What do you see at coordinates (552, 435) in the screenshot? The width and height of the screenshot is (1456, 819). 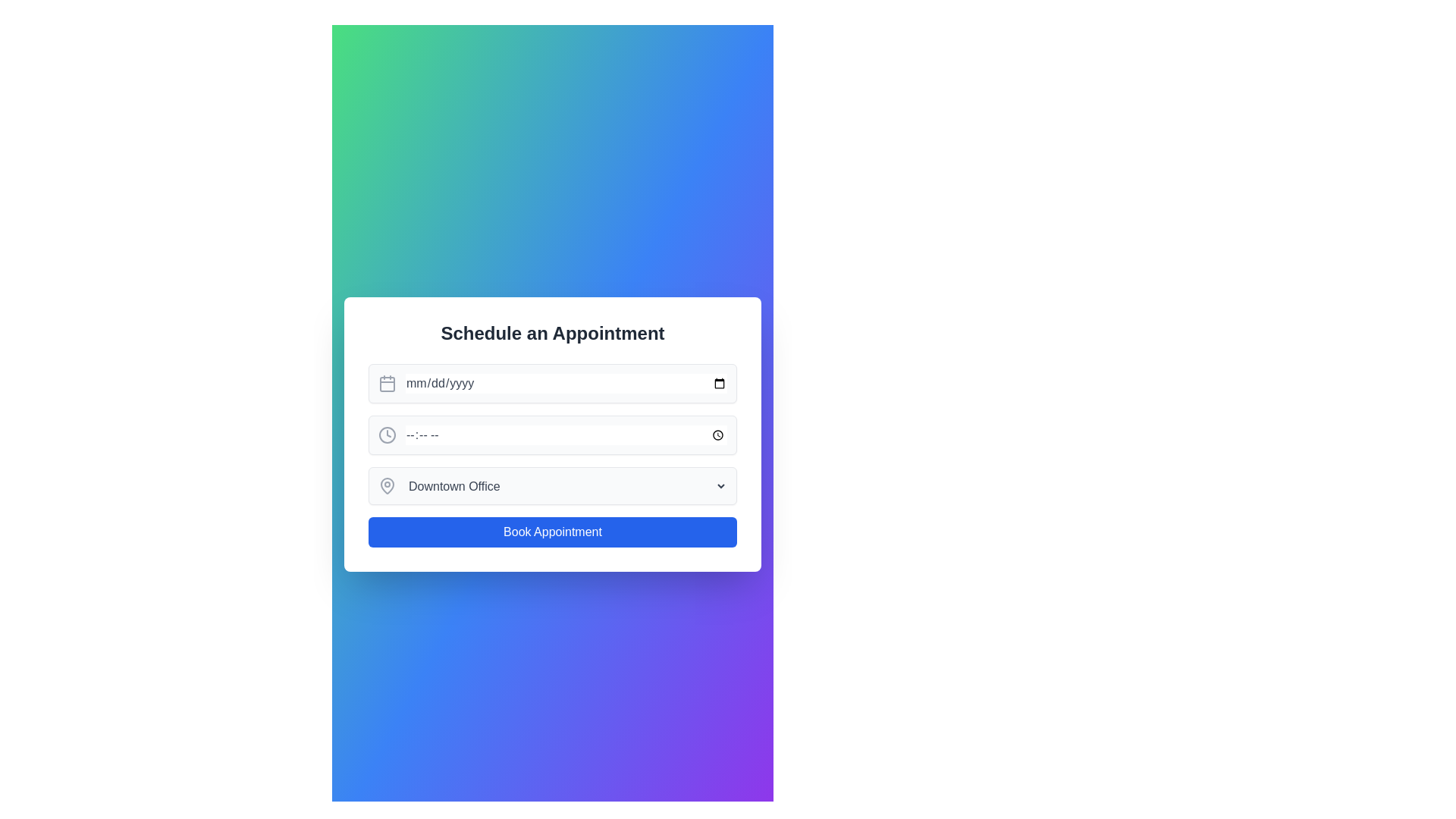 I see `the Time Input Field, which is the second input field in the form, located below the date input field and above the location dropdown menu` at bounding box center [552, 435].